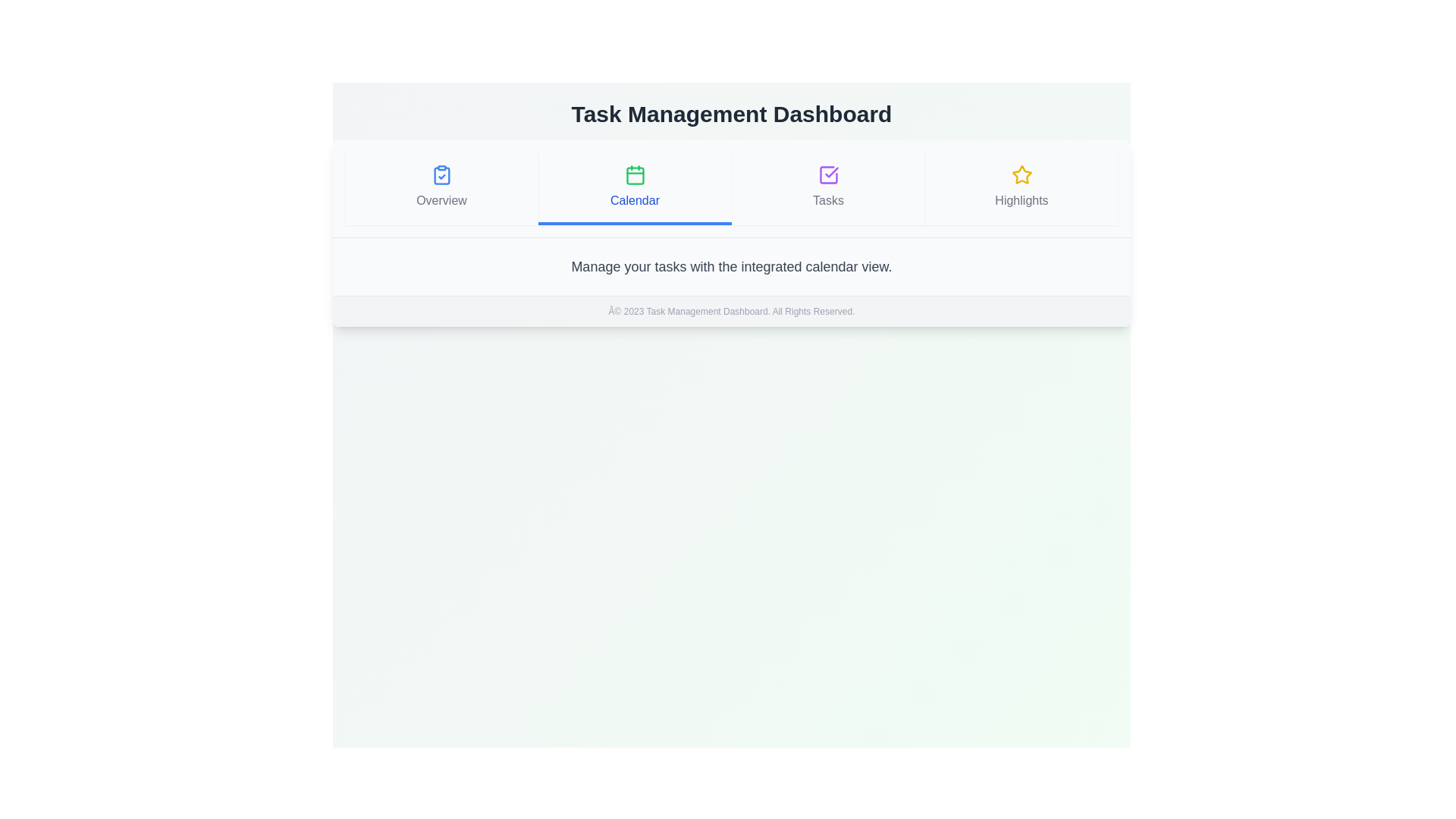 This screenshot has height=819, width=1456. Describe the element at coordinates (1021, 186) in the screenshot. I see `the yellow star icon above the text 'Highlights' in the top navigation bar` at that location.